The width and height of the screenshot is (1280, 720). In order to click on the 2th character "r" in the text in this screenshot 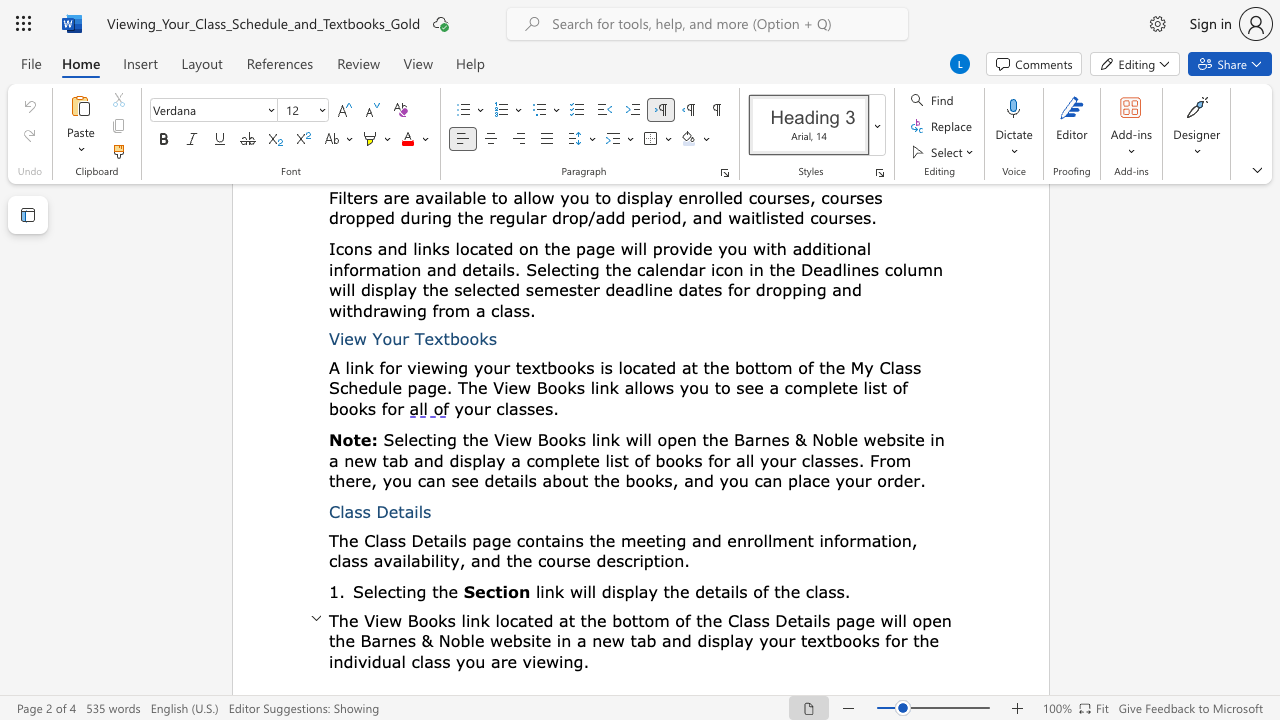, I will do `click(852, 540)`.